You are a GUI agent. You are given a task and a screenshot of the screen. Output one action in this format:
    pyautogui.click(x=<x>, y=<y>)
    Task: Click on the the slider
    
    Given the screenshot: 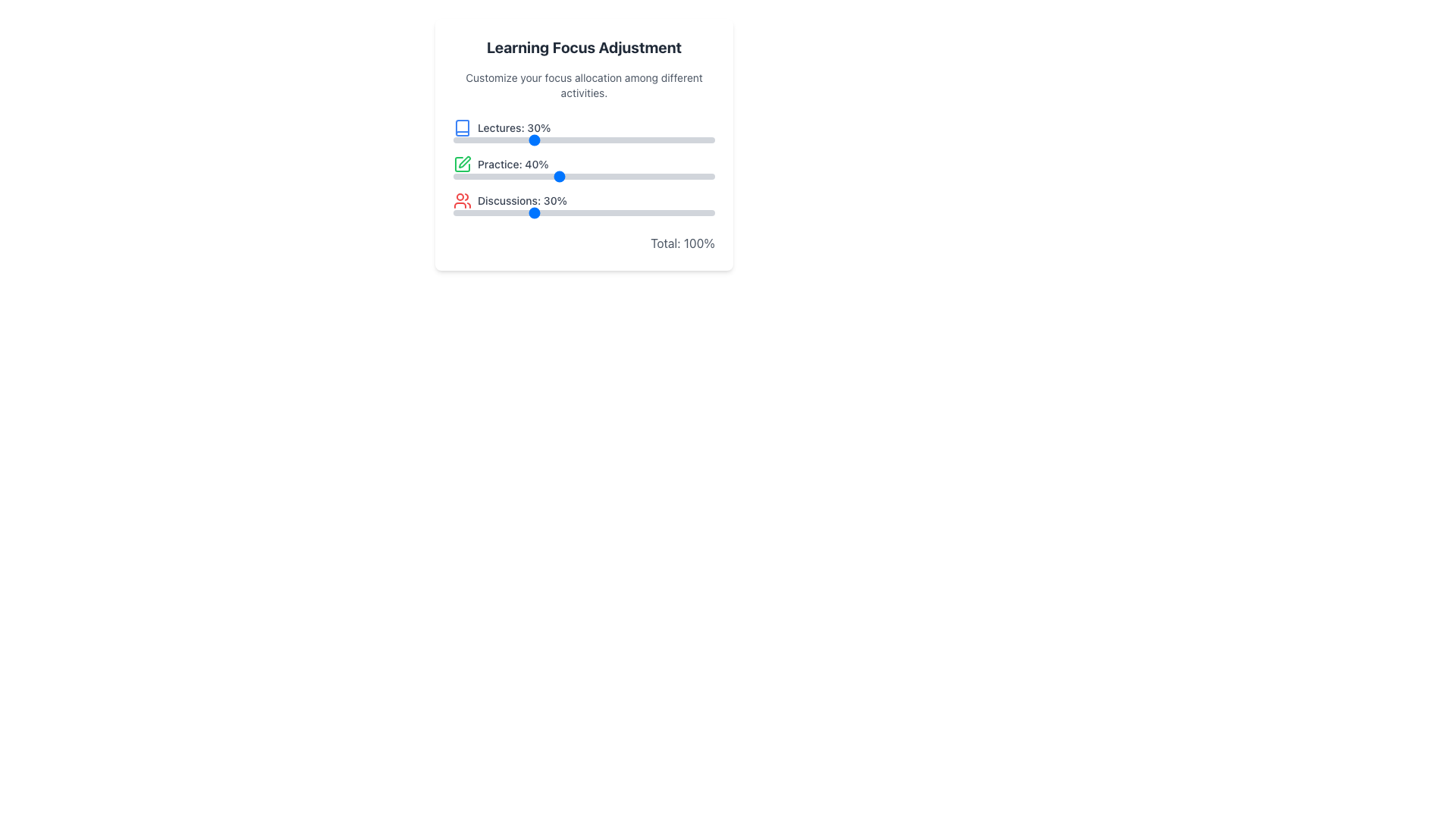 What is the action you would take?
    pyautogui.click(x=698, y=140)
    